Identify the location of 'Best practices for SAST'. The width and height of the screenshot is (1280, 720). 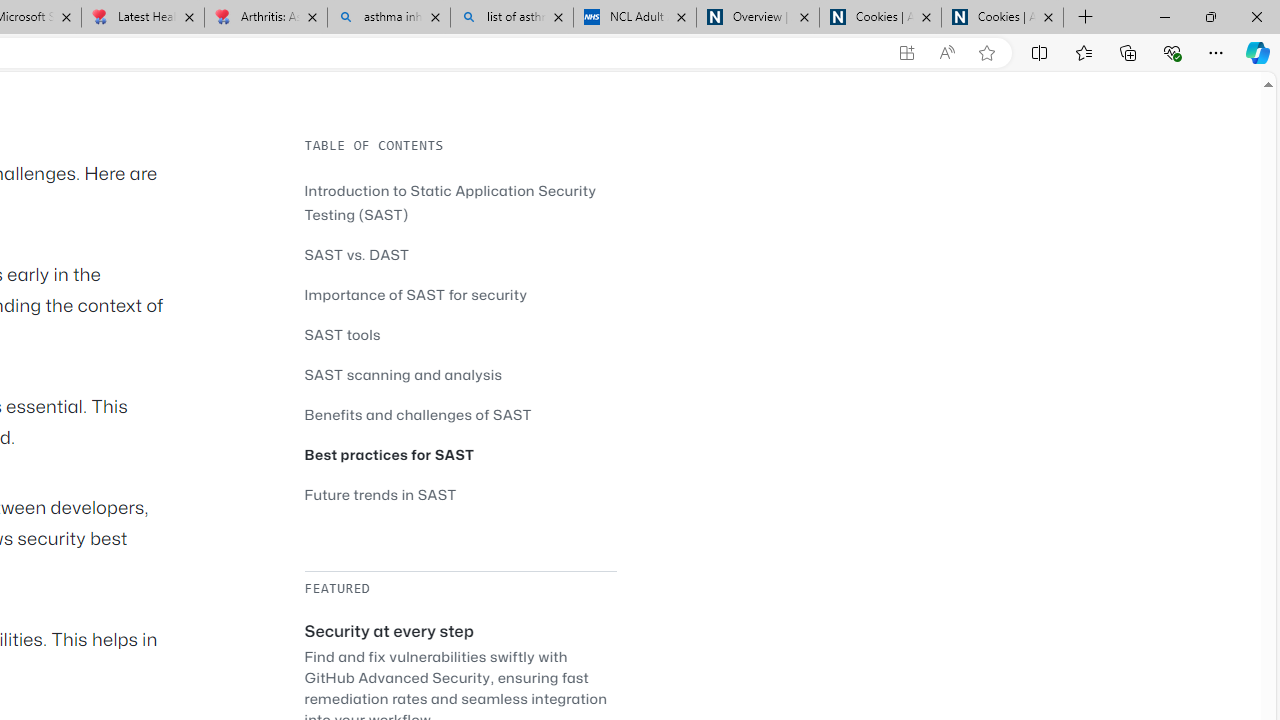
(389, 454).